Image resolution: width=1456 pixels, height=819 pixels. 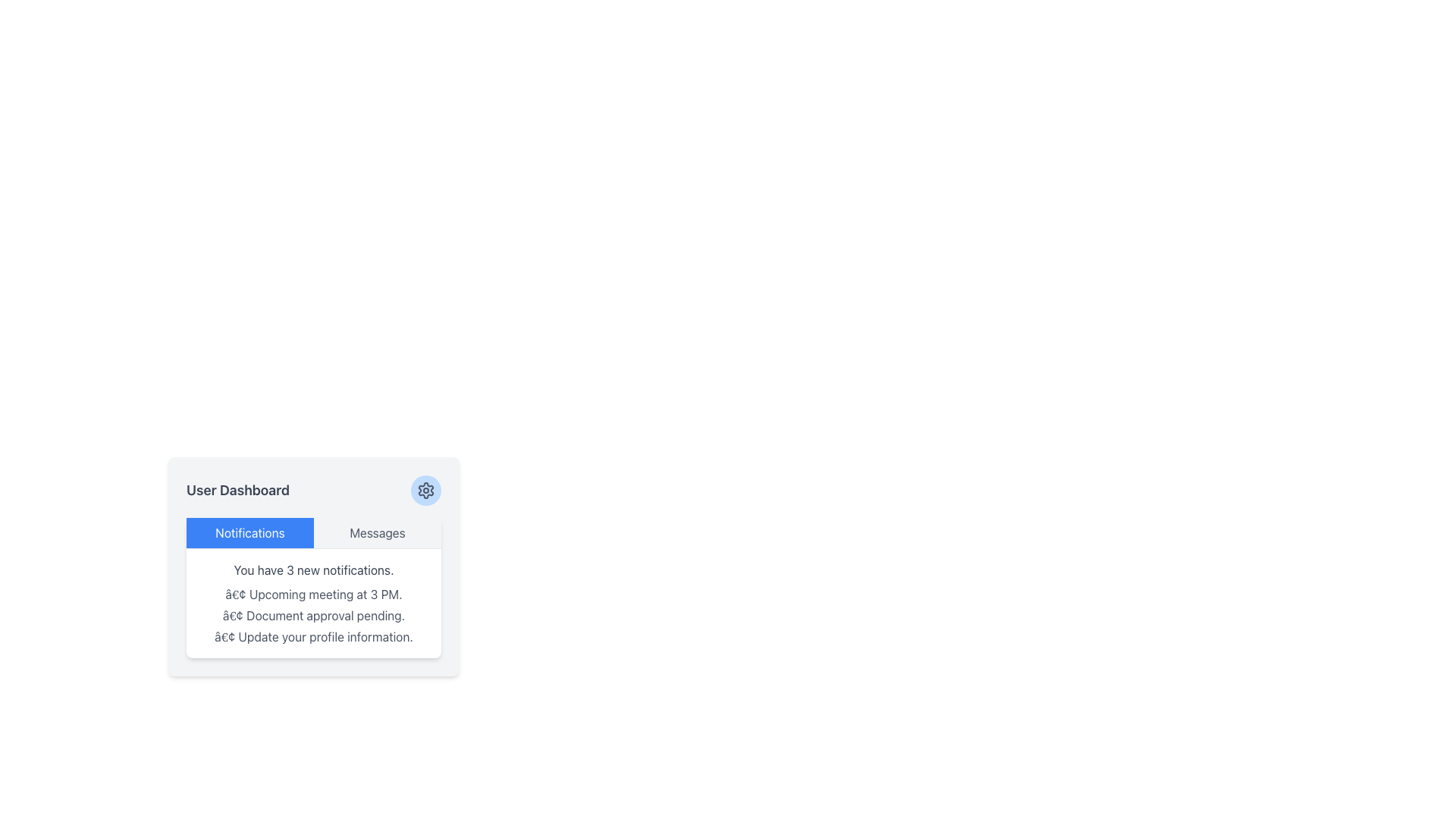 I want to click on the settings button located at the top-right corner of the 'User Dashboard', adjacent to the 'User Dashboard' text, so click(x=425, y=491).